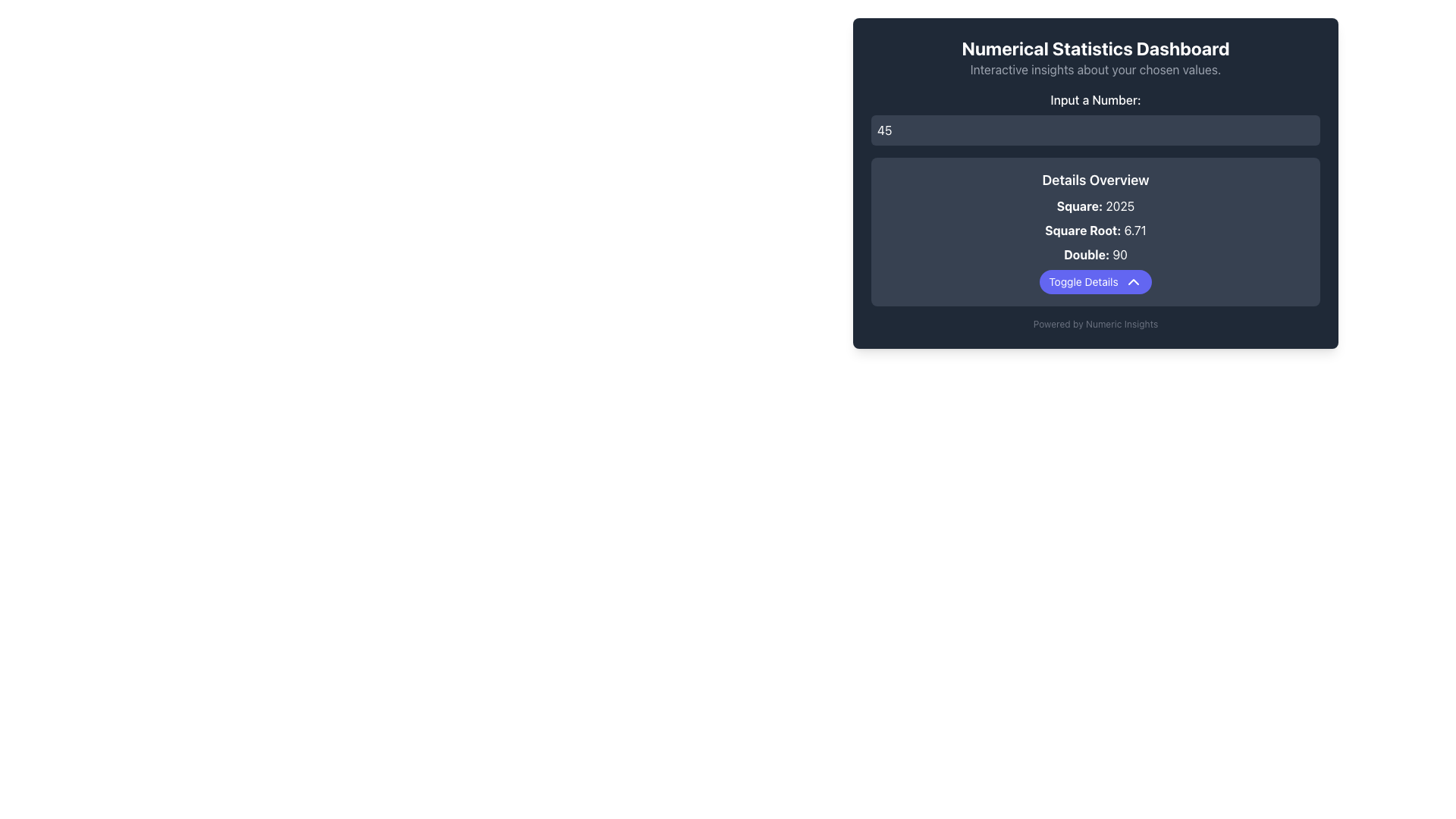  Describe the element at coordinates (1086, 253) in the screenshot. I see `the textual label displaying 'Double:' which is styled in white font on a dark background, located under the 'Details Overview' section to the left of the value '90'` at that location.